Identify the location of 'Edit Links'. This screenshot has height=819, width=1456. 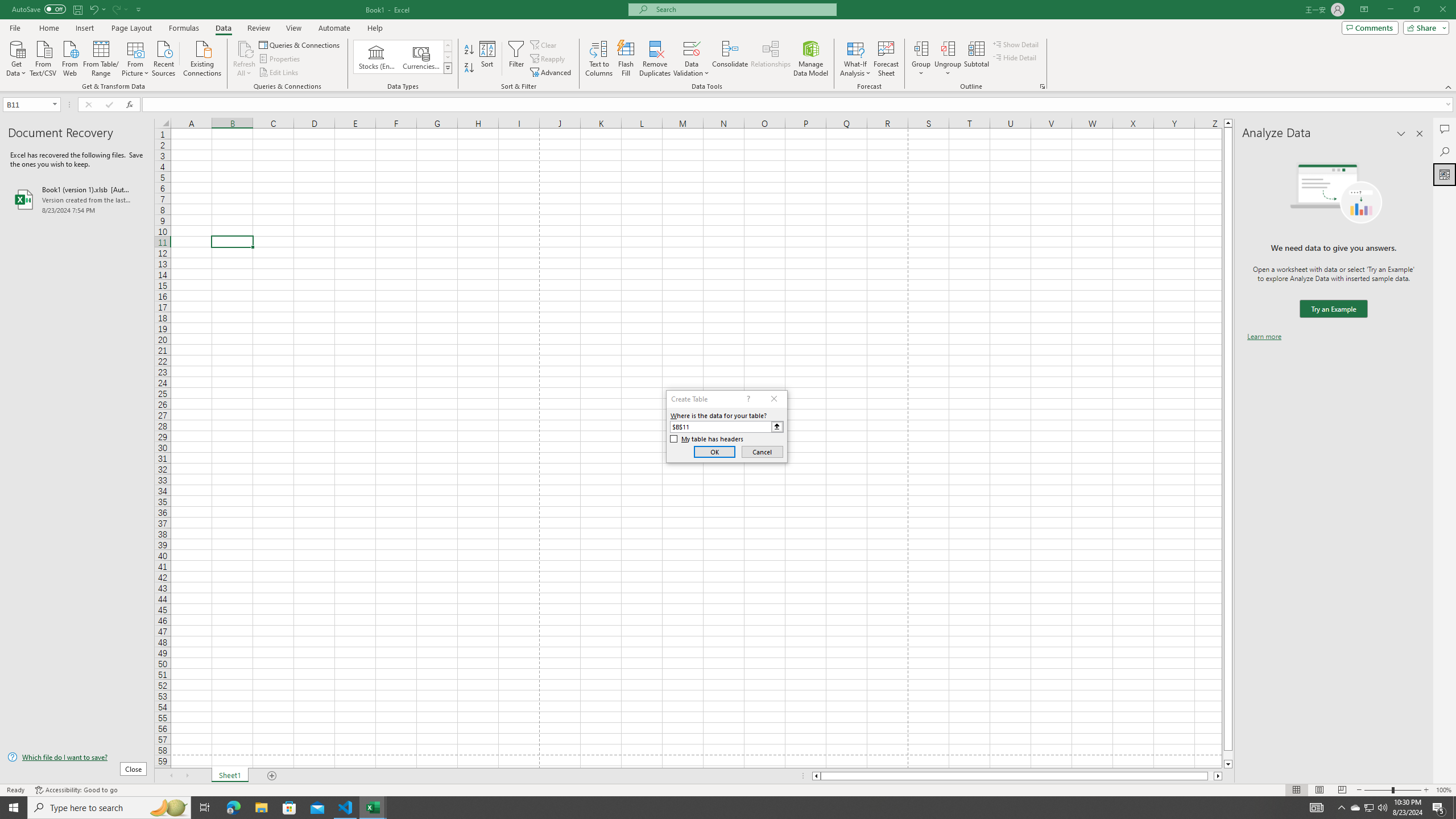
(279, 72).